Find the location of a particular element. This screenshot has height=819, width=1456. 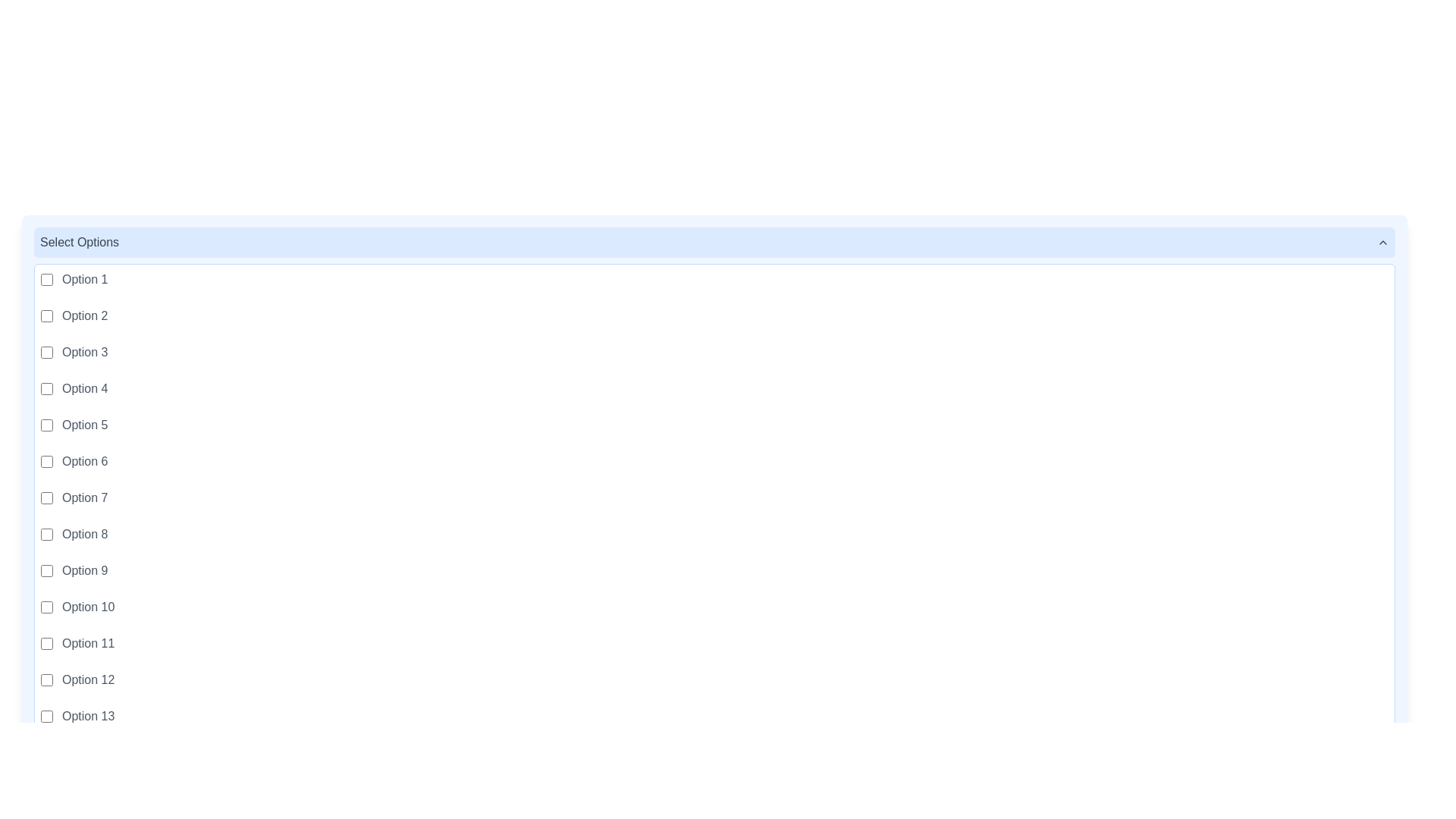

the checkbox associated with 'Option 9' is located at coordinates (47, 570).